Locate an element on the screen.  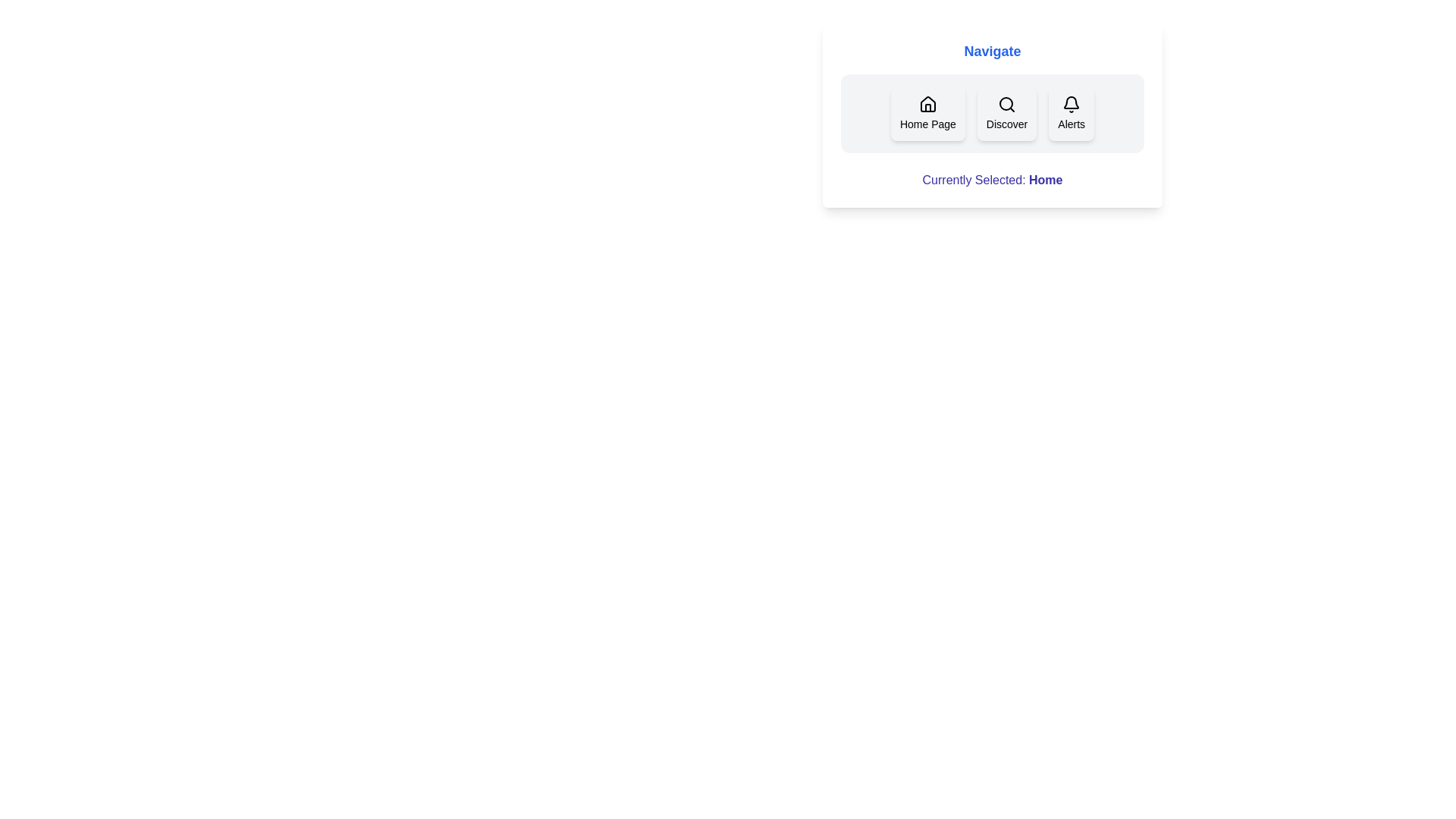
the horizontal navigation menu cards located centrally beneath the header 'Navigate' to observe the hover effects is located at coordinates (993, 113).